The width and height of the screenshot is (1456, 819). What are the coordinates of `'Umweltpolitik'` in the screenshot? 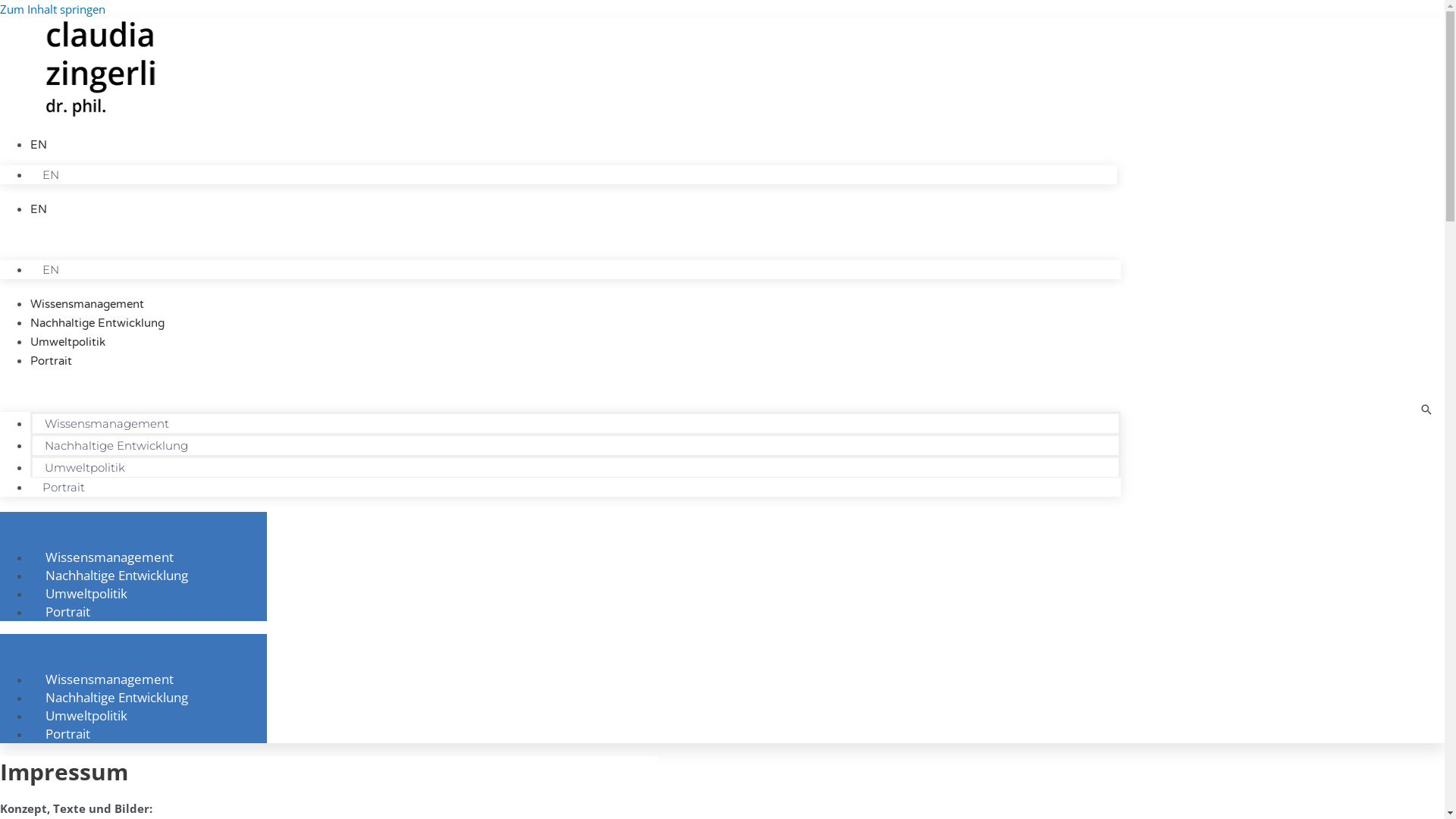 It's located at (33, 466).